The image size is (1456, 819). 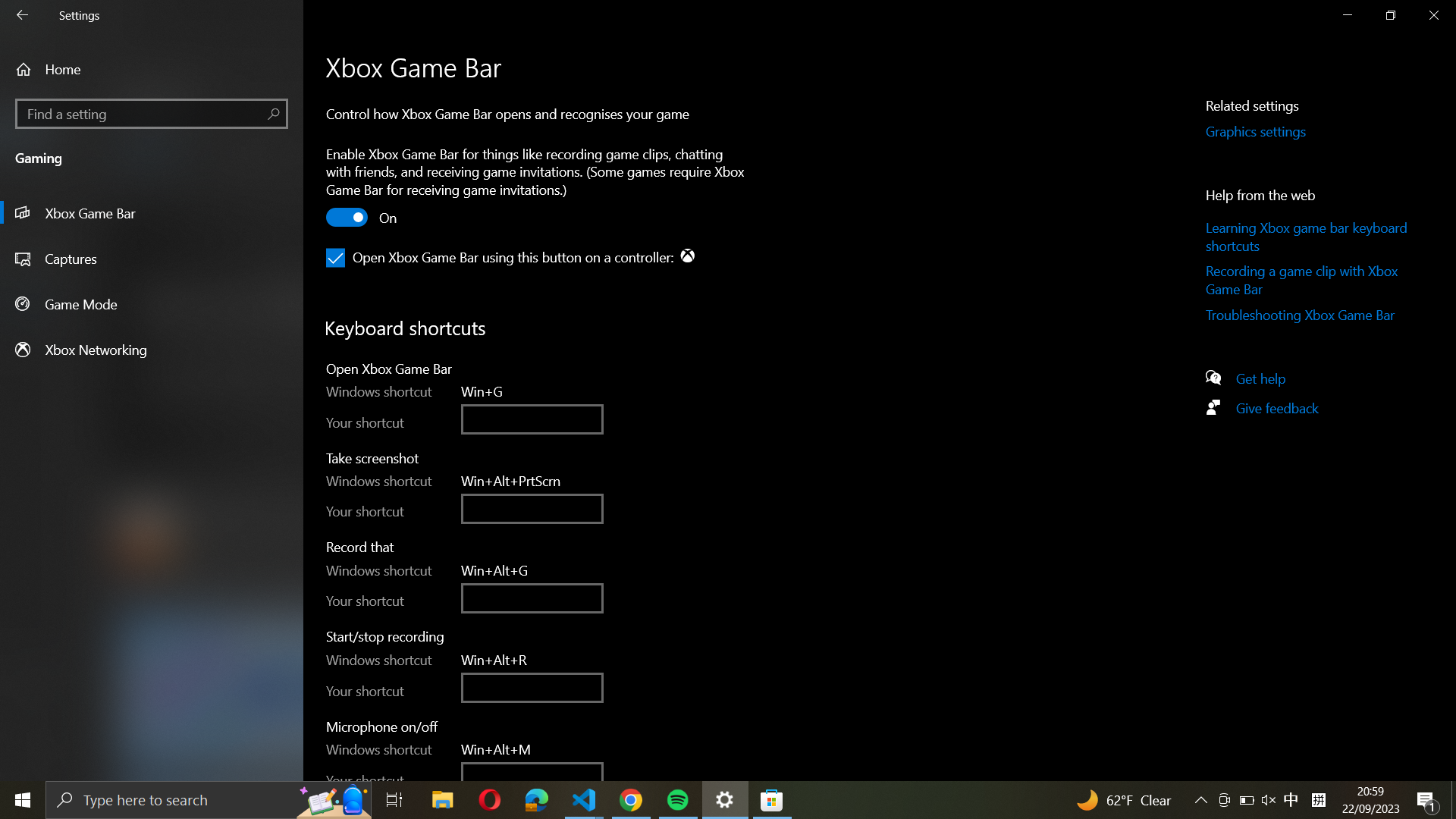 What do you see at coordinates (152, 69) in the screenshot?
I see `Go back to the home page in settings by clicking on the icon shaped like a house` at bounding box center [152, 69].